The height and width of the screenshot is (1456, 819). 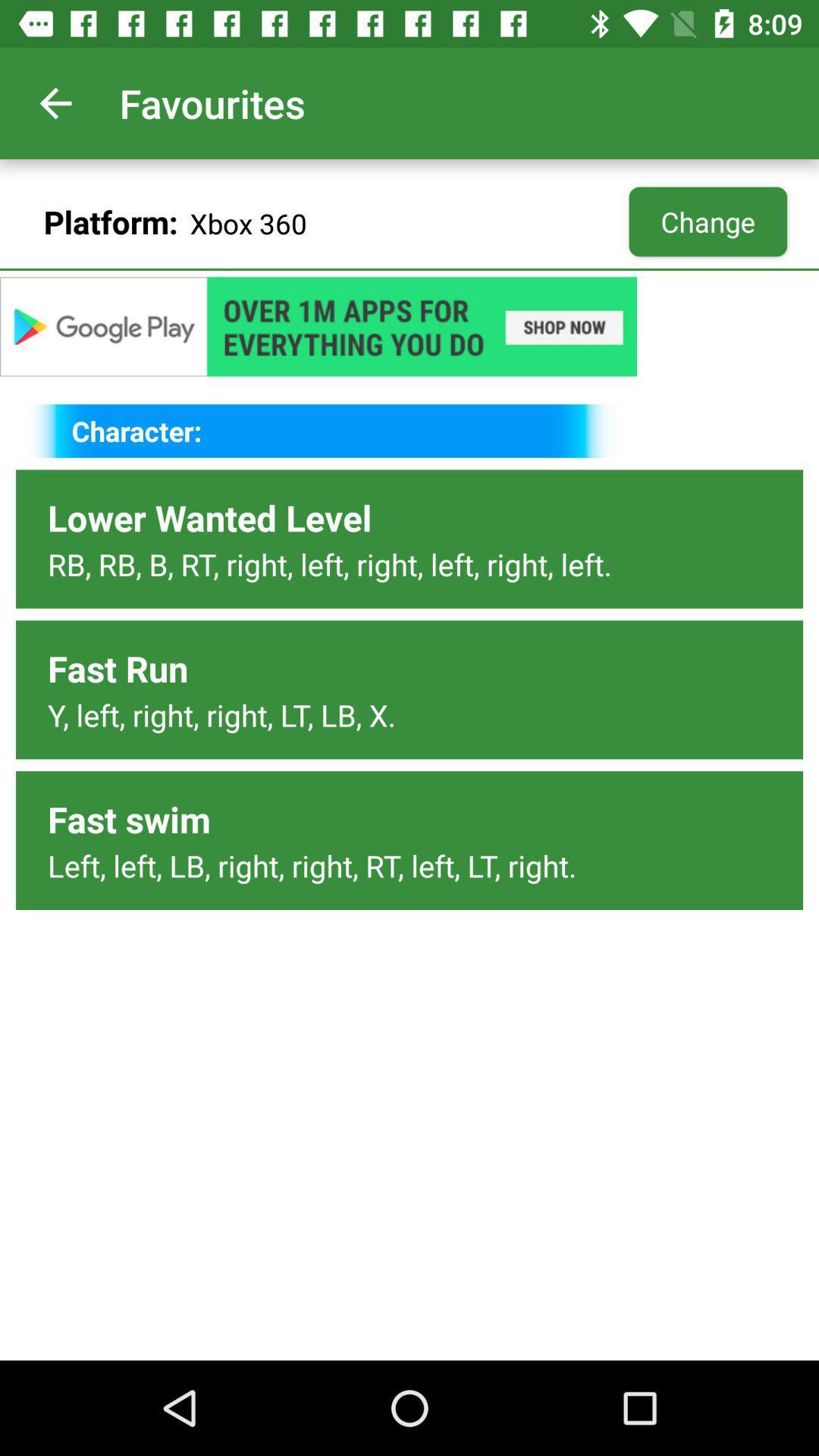 I want to click on open advertisement, so click(x=409, y=325).